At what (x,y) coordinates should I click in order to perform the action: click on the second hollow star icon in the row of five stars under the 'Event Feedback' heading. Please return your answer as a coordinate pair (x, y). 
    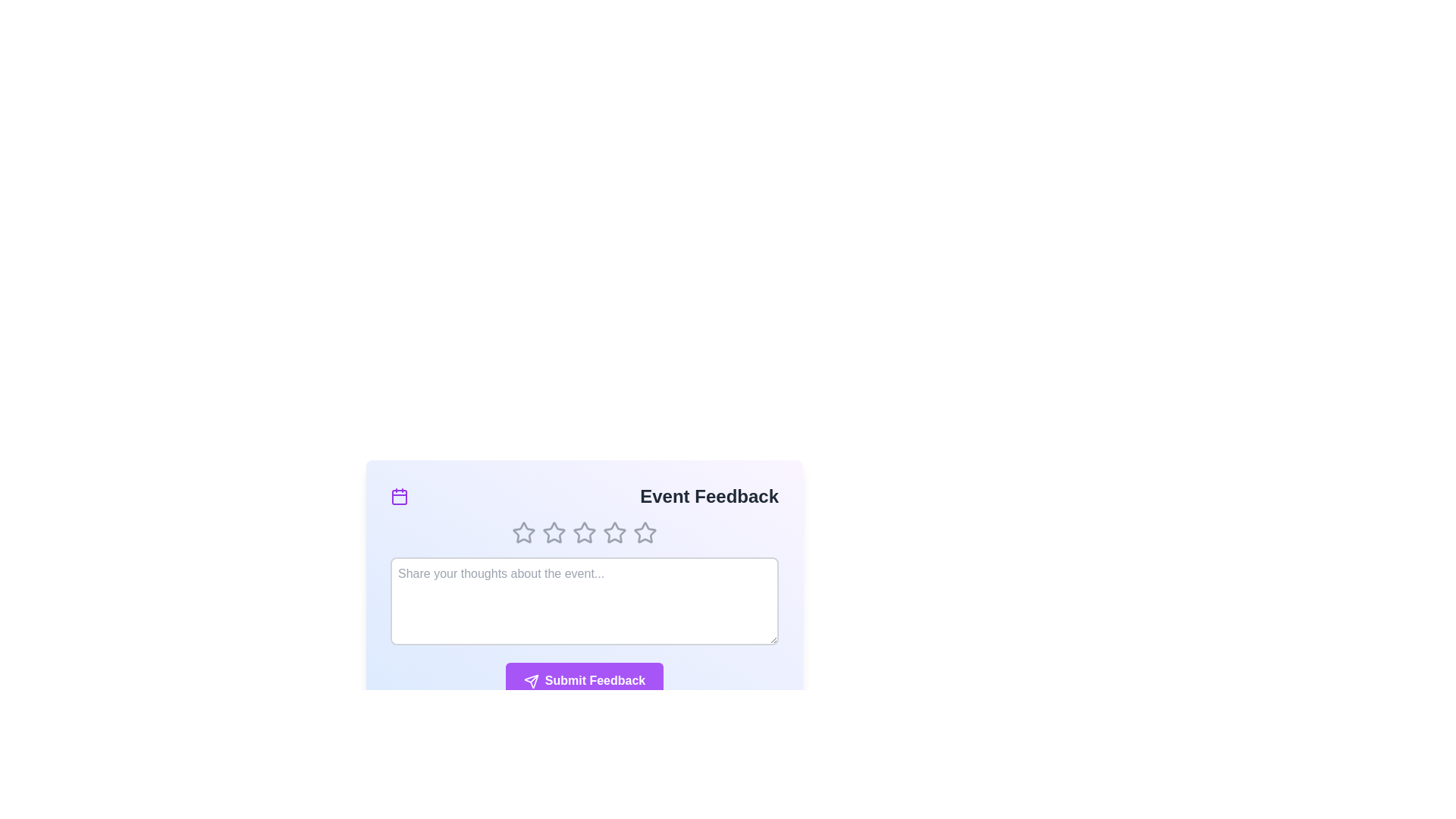
    Looking at the image, I should click on (584, 532).